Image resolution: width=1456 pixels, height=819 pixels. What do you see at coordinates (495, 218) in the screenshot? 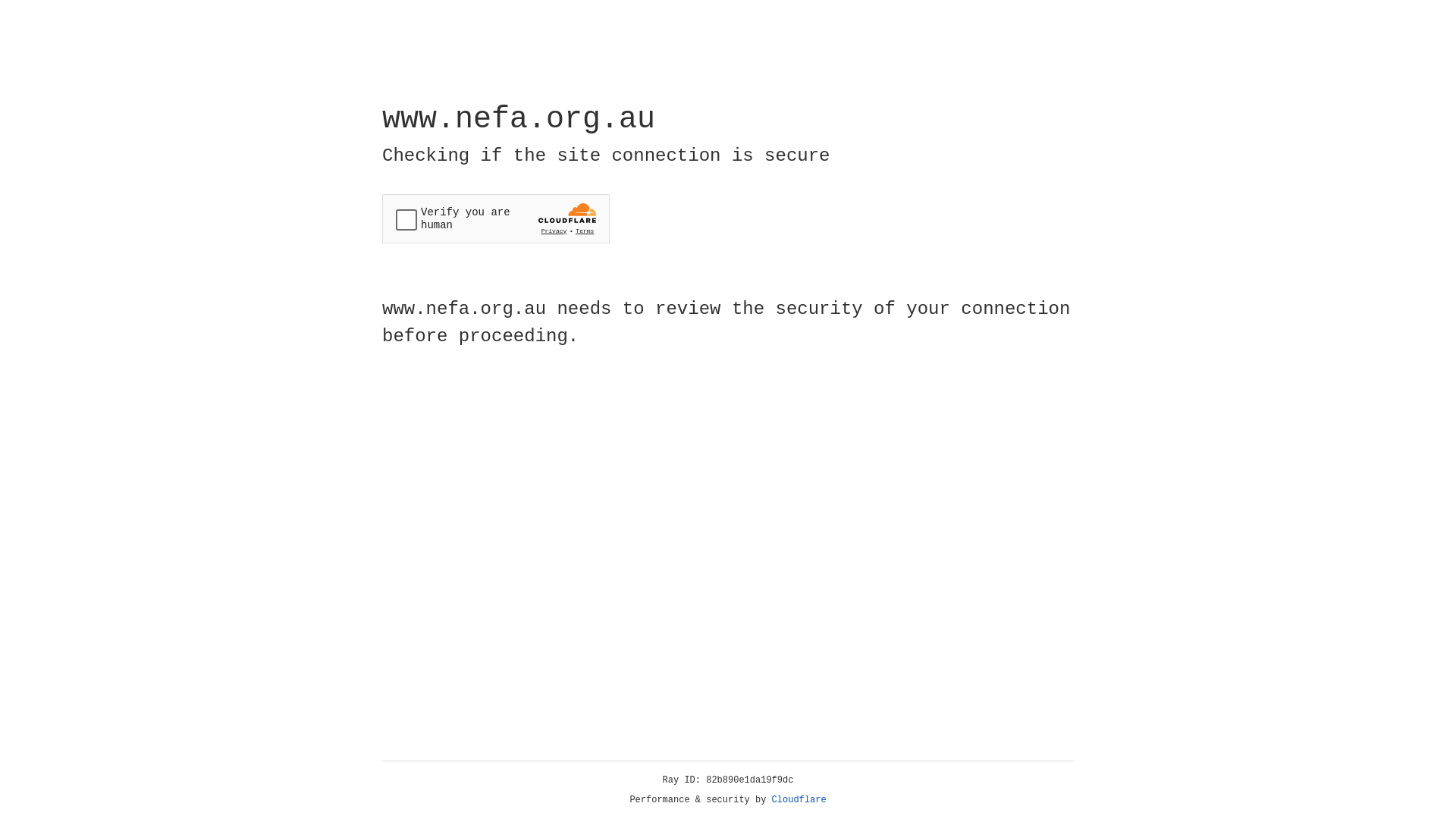
I see `'Widget containing a Cloudflare security challenge'` at bounding box center [495, 218].